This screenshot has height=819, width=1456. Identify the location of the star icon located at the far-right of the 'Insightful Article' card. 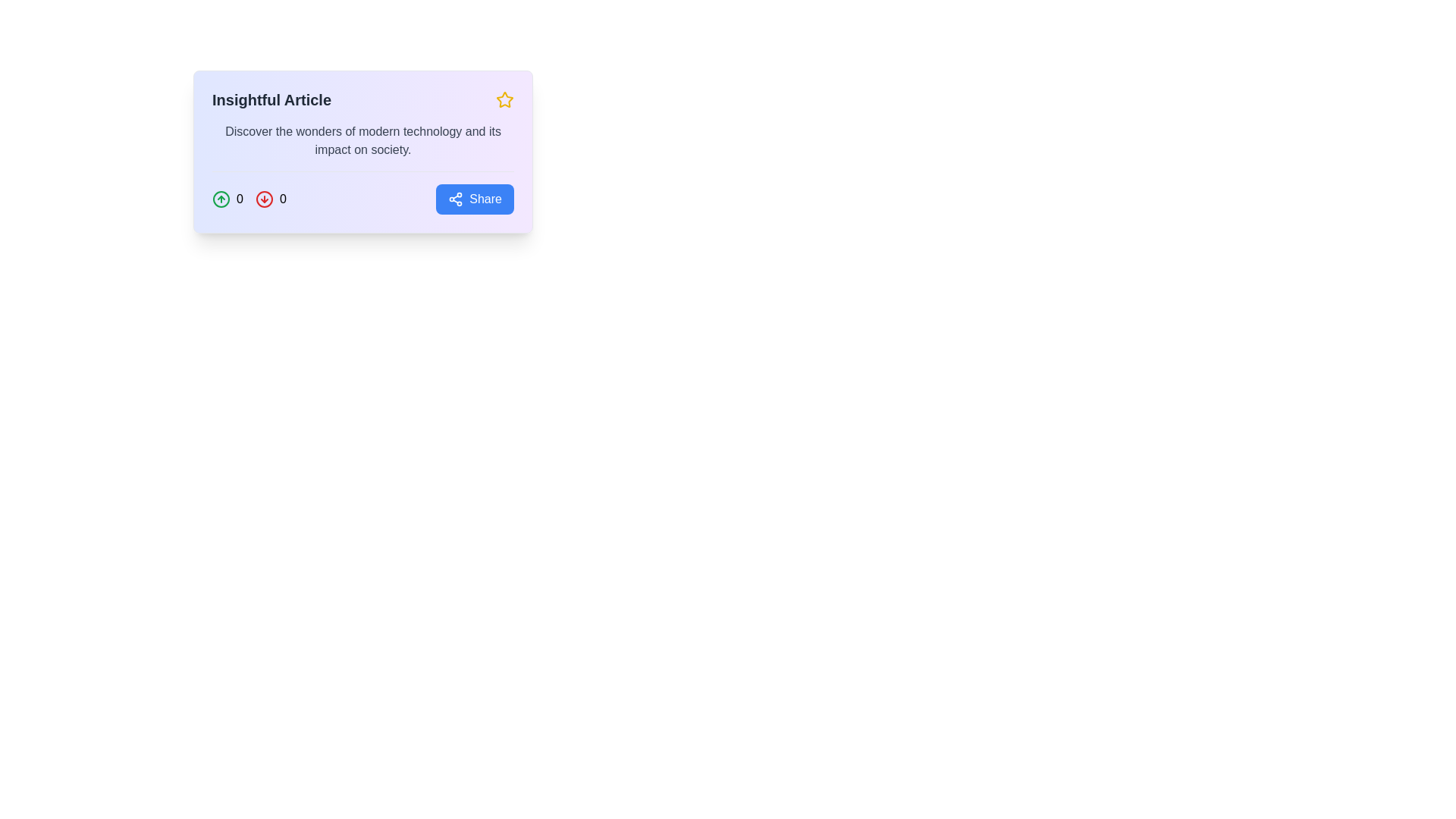
(505, 99).